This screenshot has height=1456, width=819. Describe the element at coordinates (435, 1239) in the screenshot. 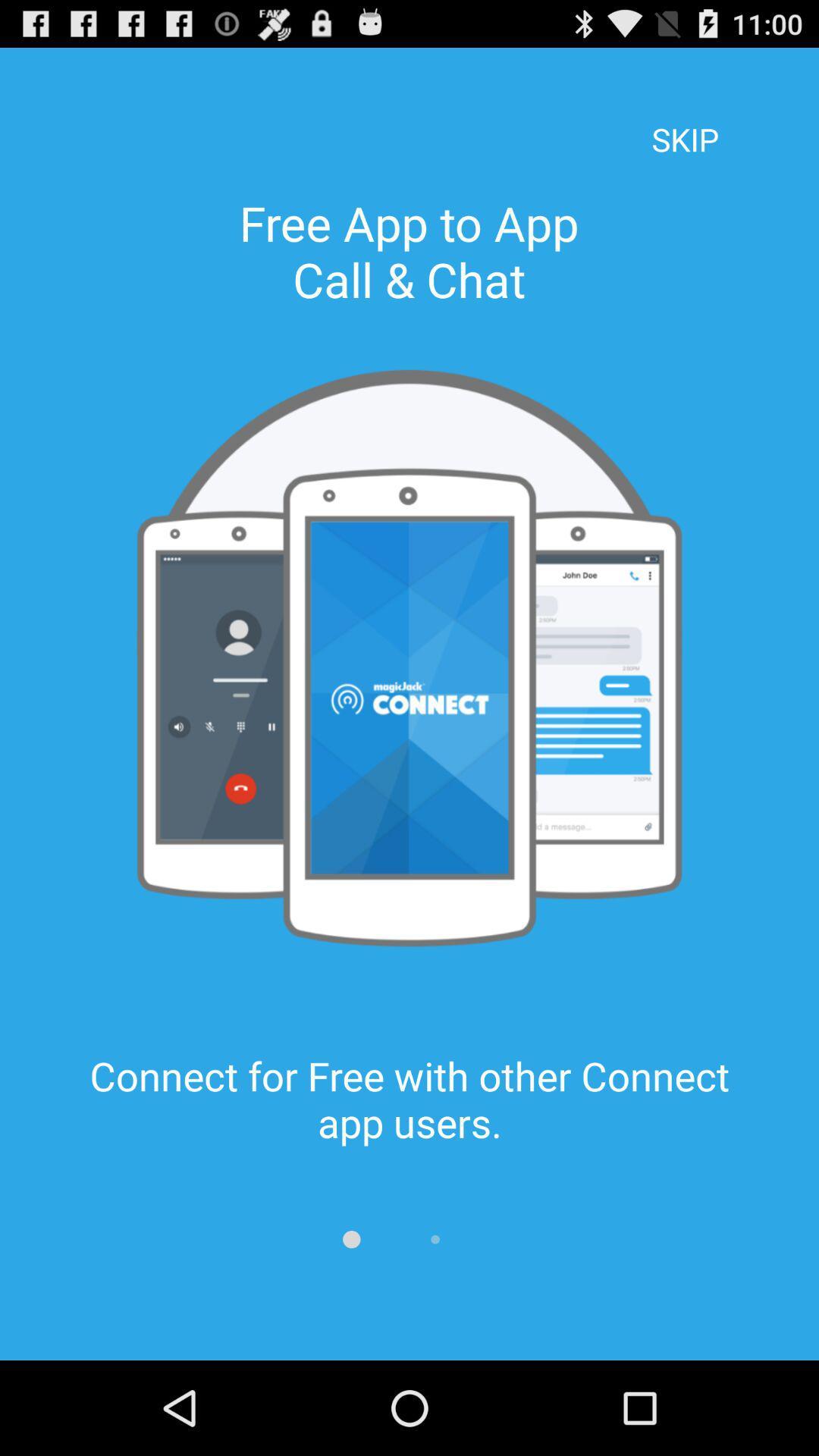

I see `next page` at that location.